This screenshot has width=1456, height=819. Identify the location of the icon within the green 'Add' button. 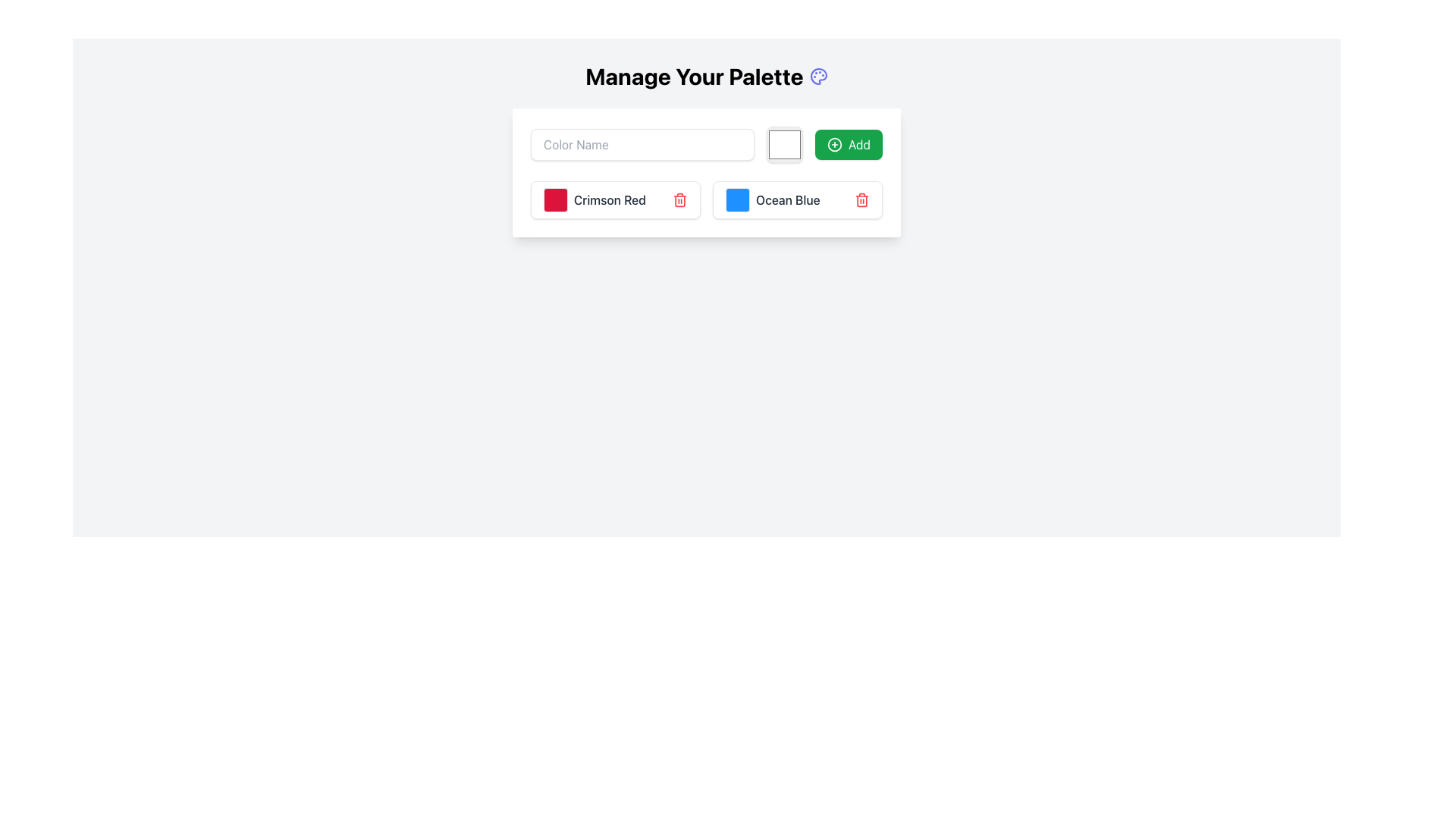
(833, 145).